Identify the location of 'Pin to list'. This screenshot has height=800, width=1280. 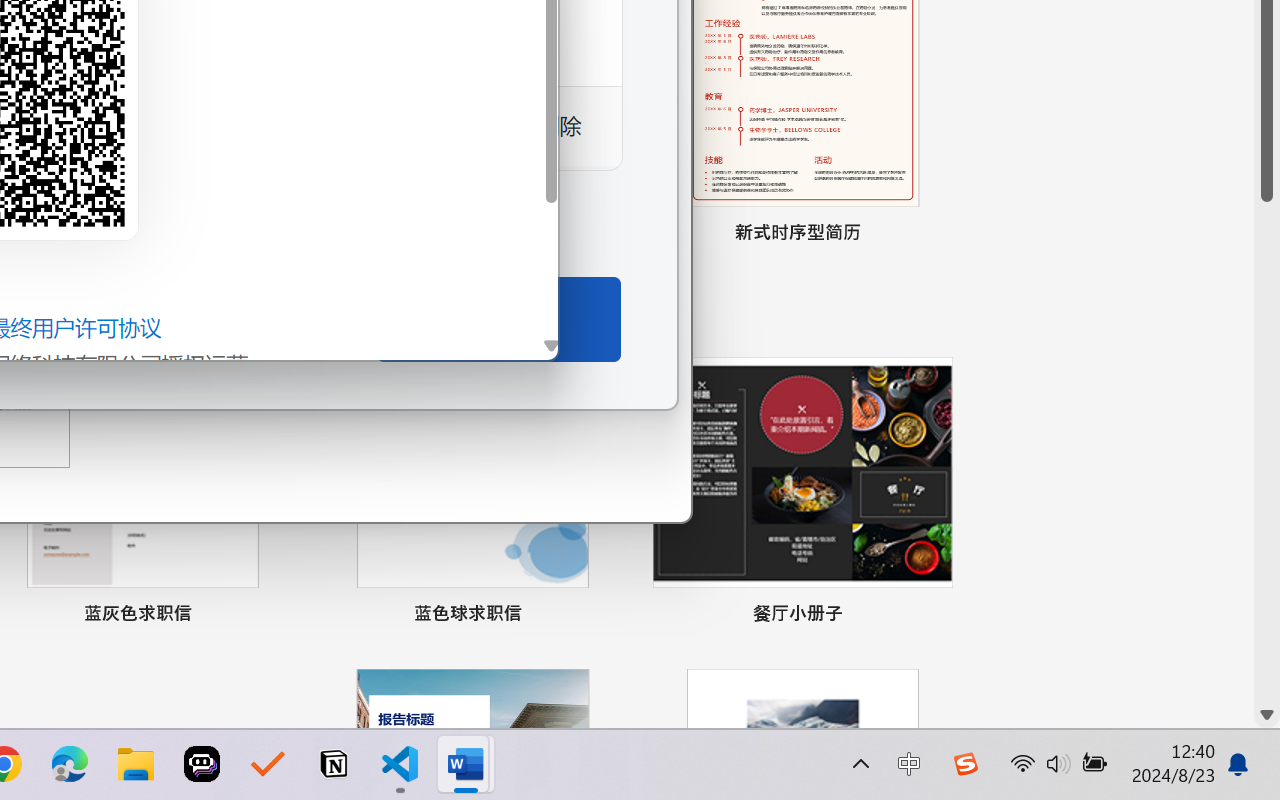
(933, 616).